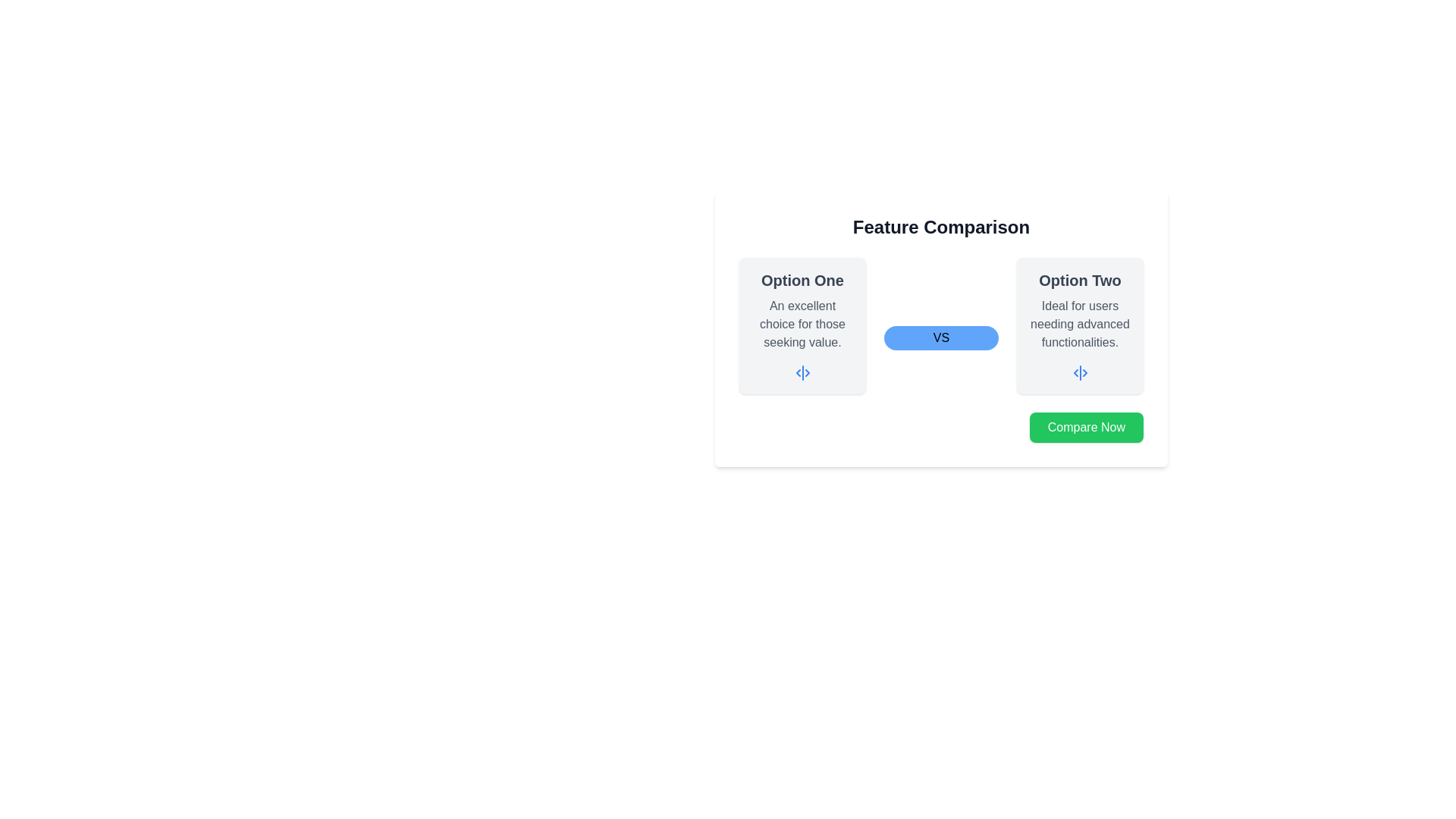 The height and width of the screenshot is (819, 1456). Describe the element at coordinates (1079, 373) in the screenshot. I see `the decorative vertical separator icon located at the bottom of the 'Option Two' card, which is styled in blue and features a vertical line with inward-pointing chevrons` at that location.